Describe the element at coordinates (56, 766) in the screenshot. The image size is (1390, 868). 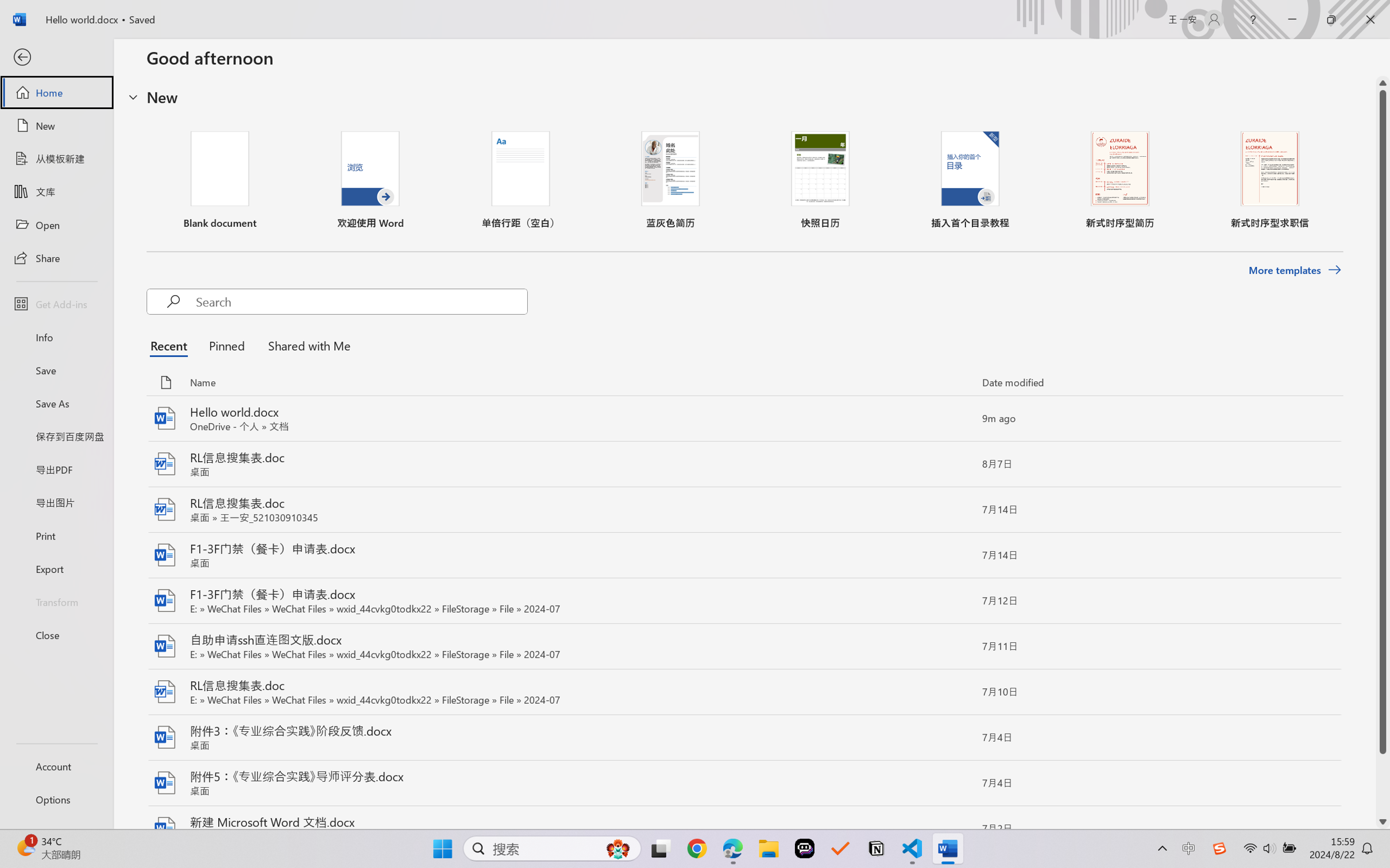
I see `'Account'` at that location.